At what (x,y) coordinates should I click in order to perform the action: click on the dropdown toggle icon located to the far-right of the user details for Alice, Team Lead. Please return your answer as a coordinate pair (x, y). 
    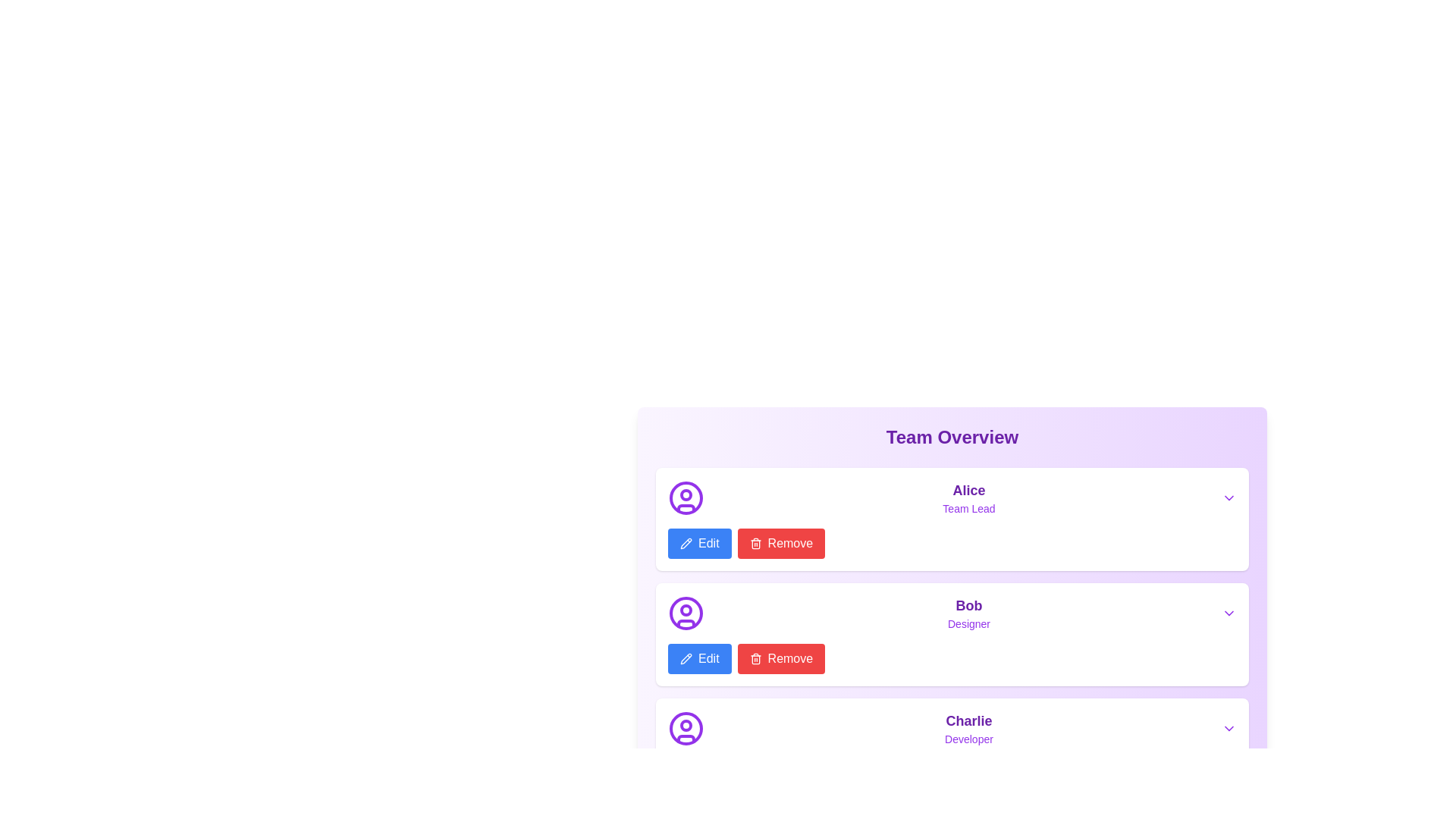
    Looking at the image, I should click on (1229, 497).